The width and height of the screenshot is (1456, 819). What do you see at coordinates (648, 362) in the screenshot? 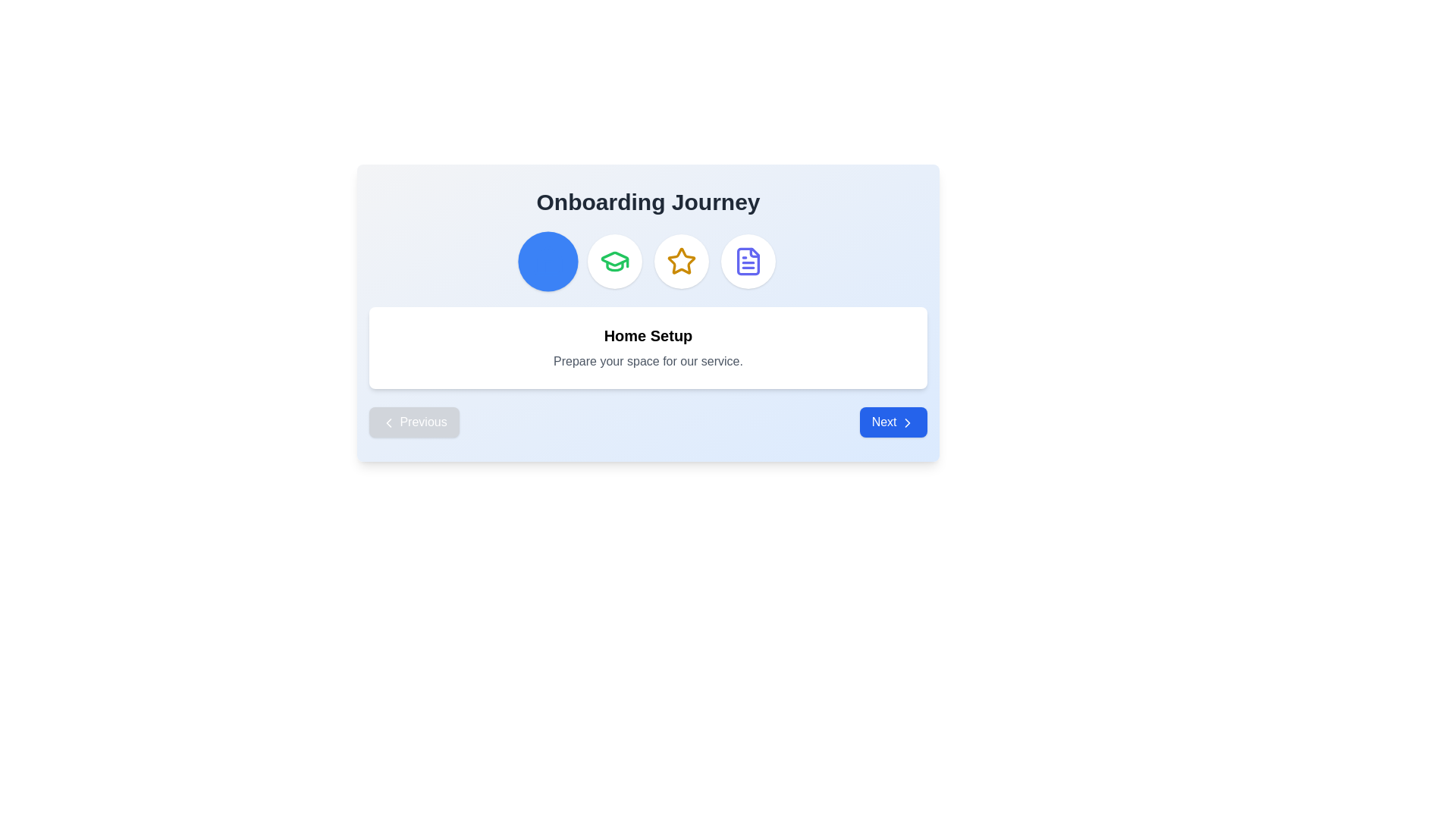
I see `the text element displaying 'Prepare your space for our service.' which is centrally aligned below the 'Home Setup' heading` at bounding box center [648, 362].